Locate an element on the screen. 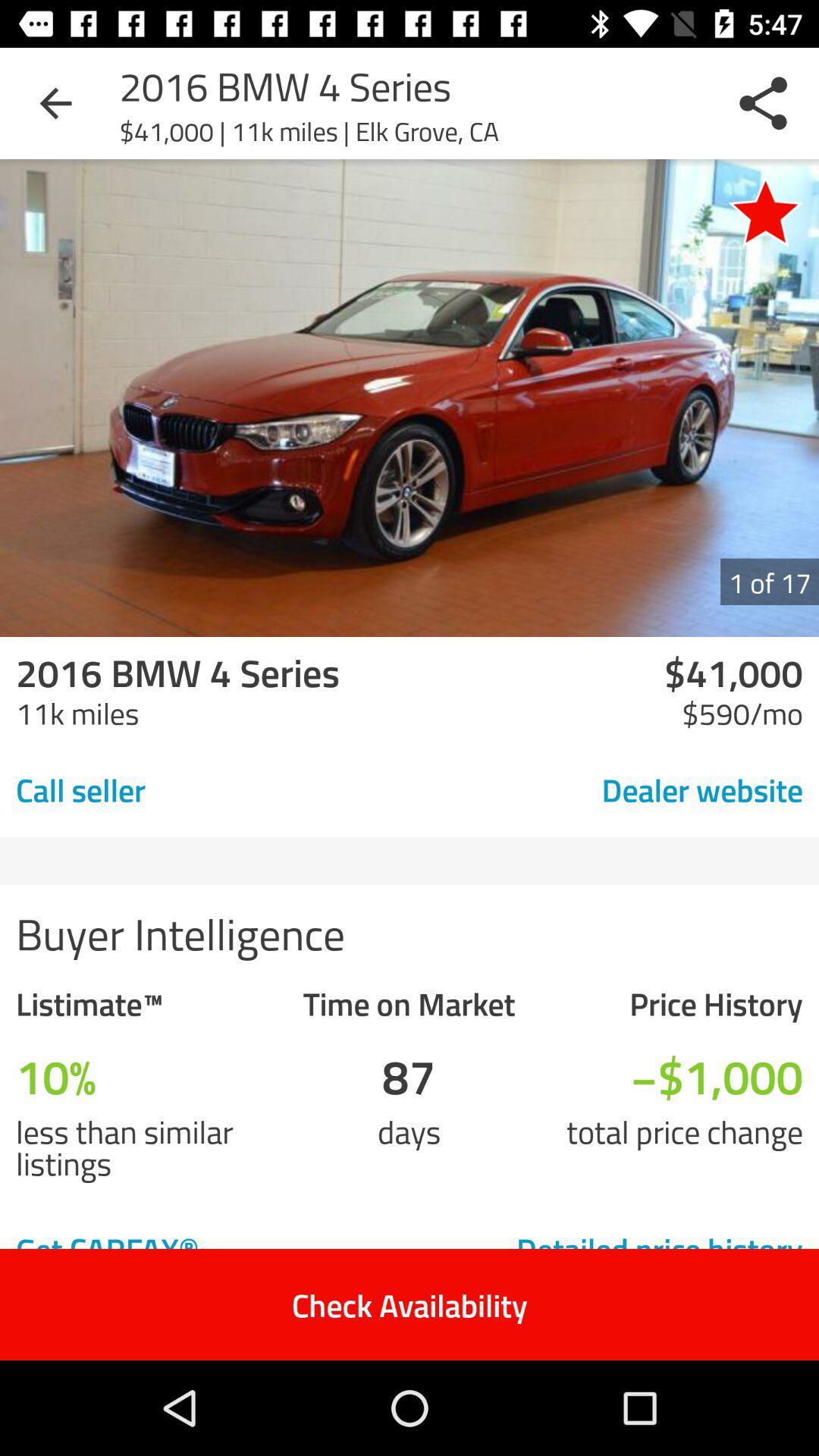 Image resolution: width=819 pixels, height=1456 pixels. app to the left of the 2016 bmw 4 item is located at coordinates (55, 102).